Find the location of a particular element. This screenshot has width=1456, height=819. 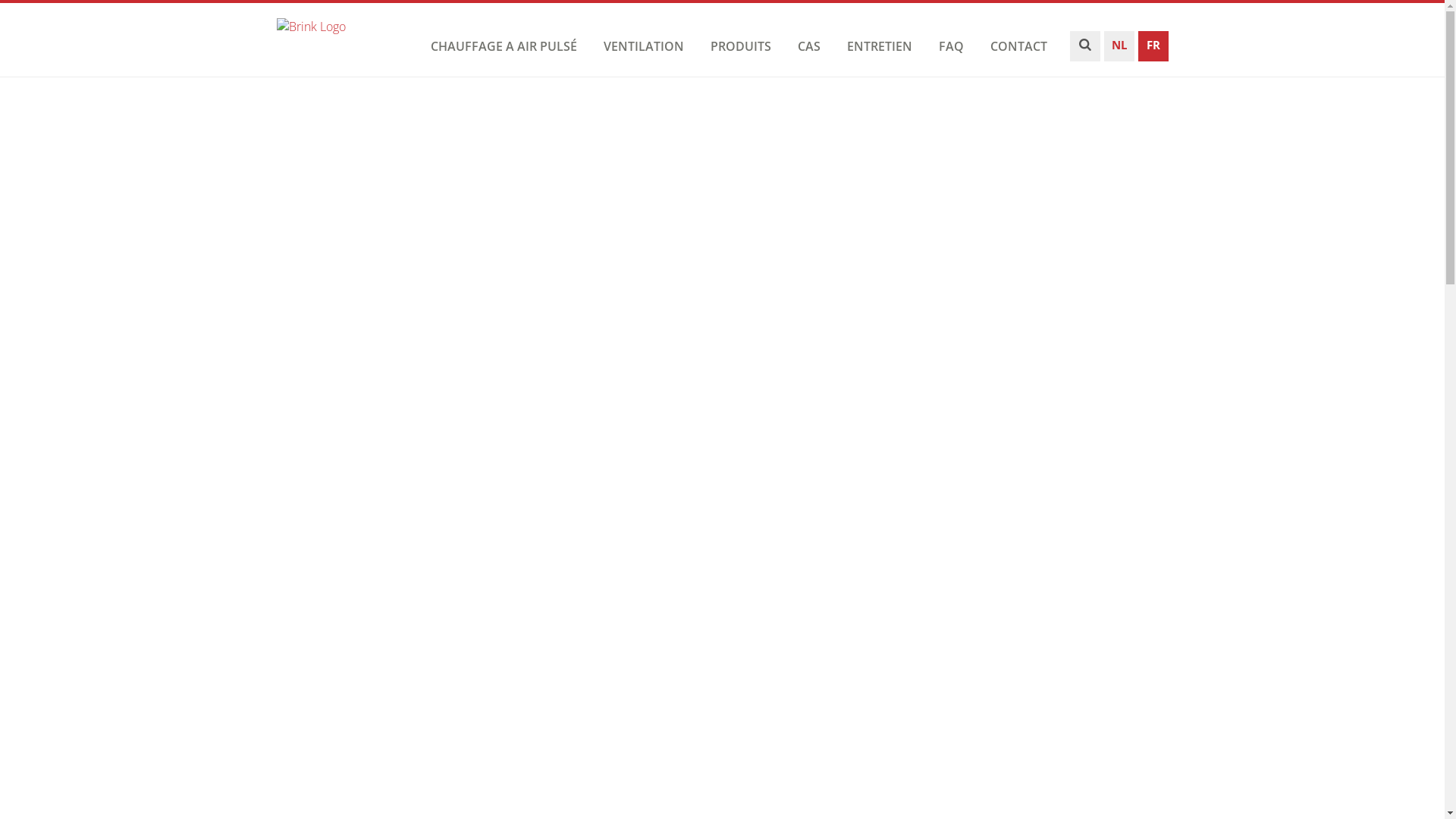

'PRODUITS' is located at coordinates (741, 45).